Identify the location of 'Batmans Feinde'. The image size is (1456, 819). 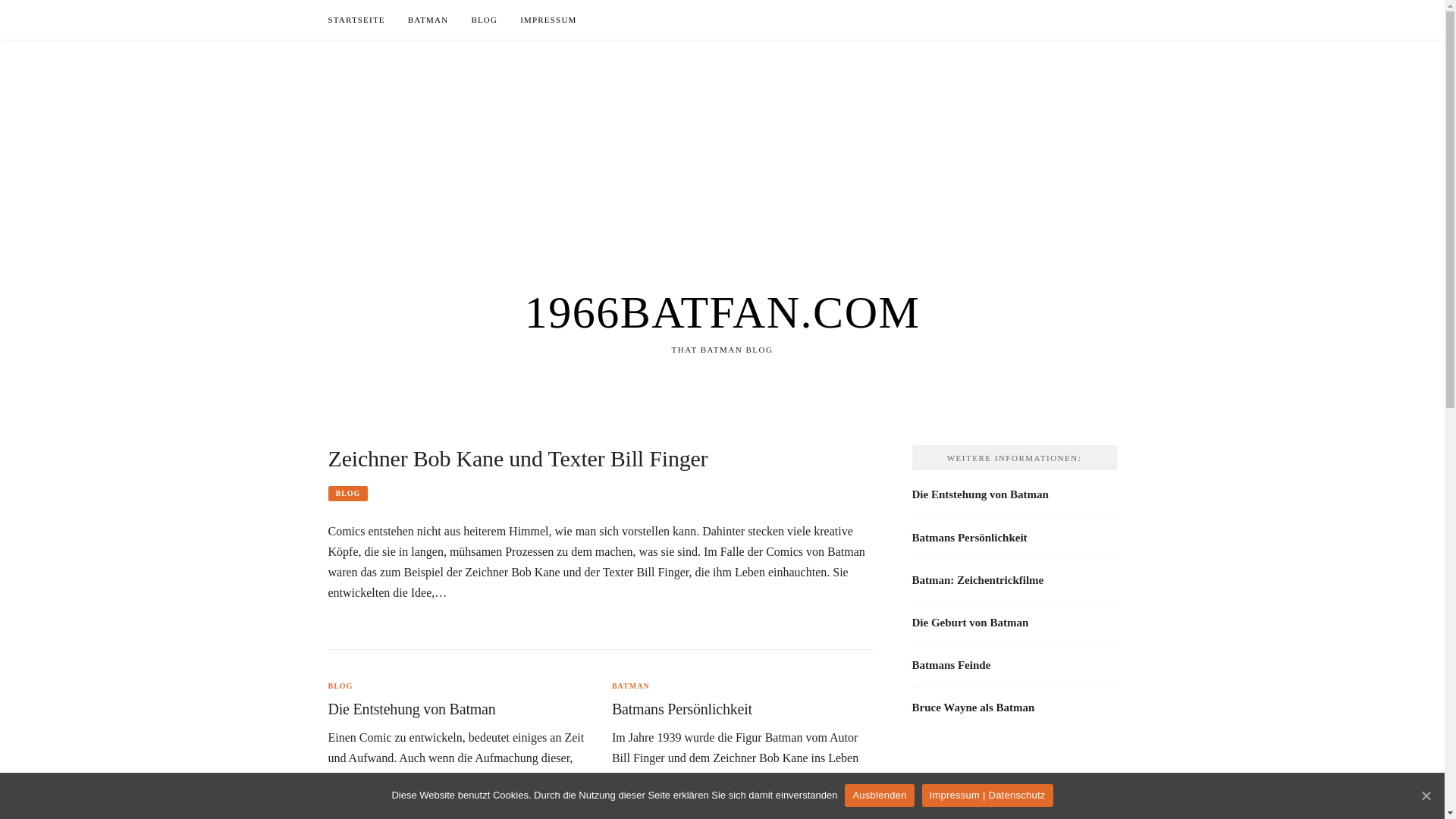
(910, 664).